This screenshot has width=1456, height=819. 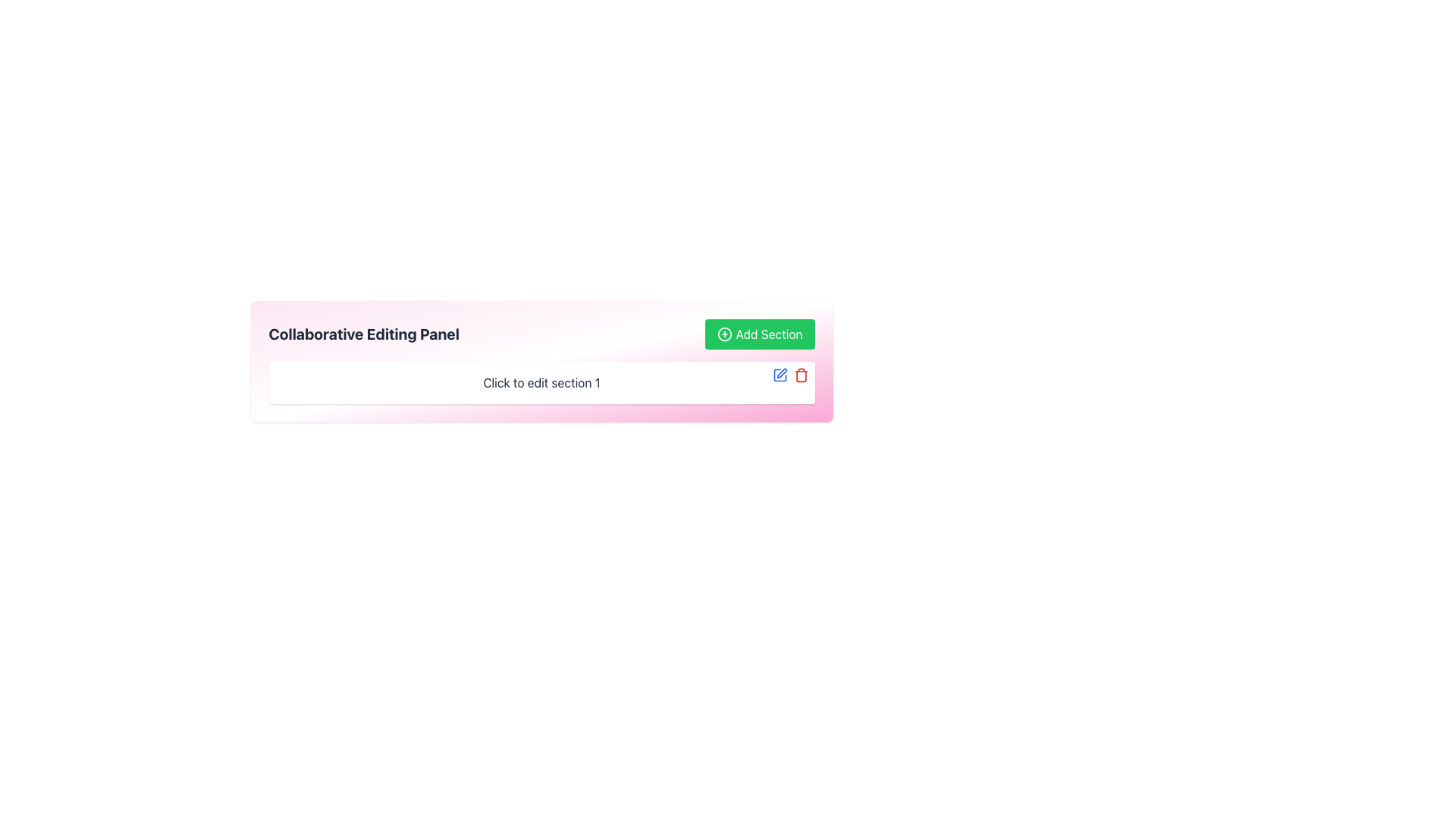 I want to click on the interactive text field located under the 'Collaborative Editing Panel' title, so click(x=541, y=382).